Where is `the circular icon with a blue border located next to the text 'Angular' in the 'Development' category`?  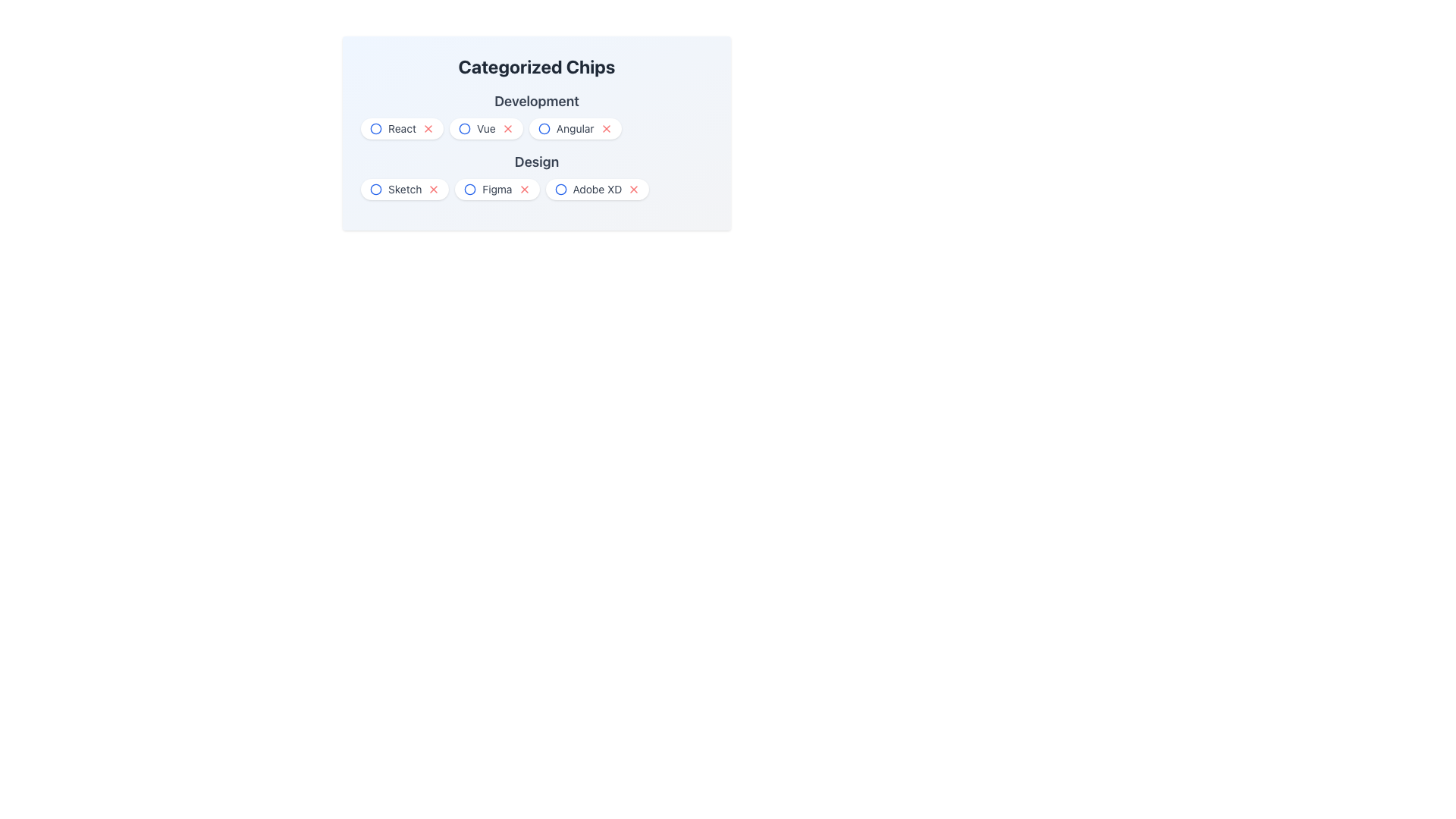
the circular icon with a blue border located next to the text 'Angular' in the 'Development' category is located at coordinates (544, 127).